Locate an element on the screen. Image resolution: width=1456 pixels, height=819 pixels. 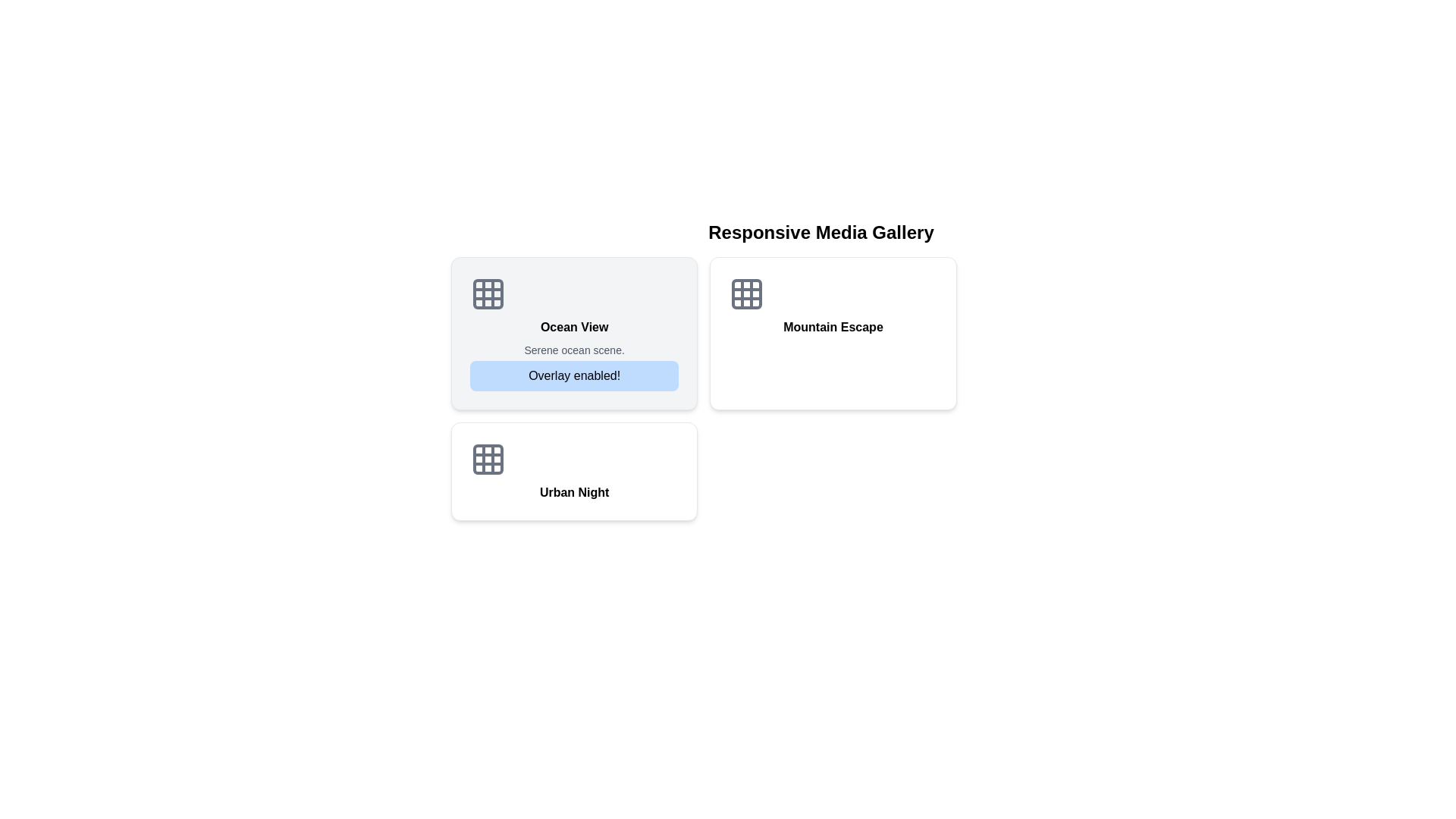
the text label 'Mountain Escape', which is styled with a bold font and located in the second column of a gallery layout, positioned below a grid icon is located at coordinates (833, 327).